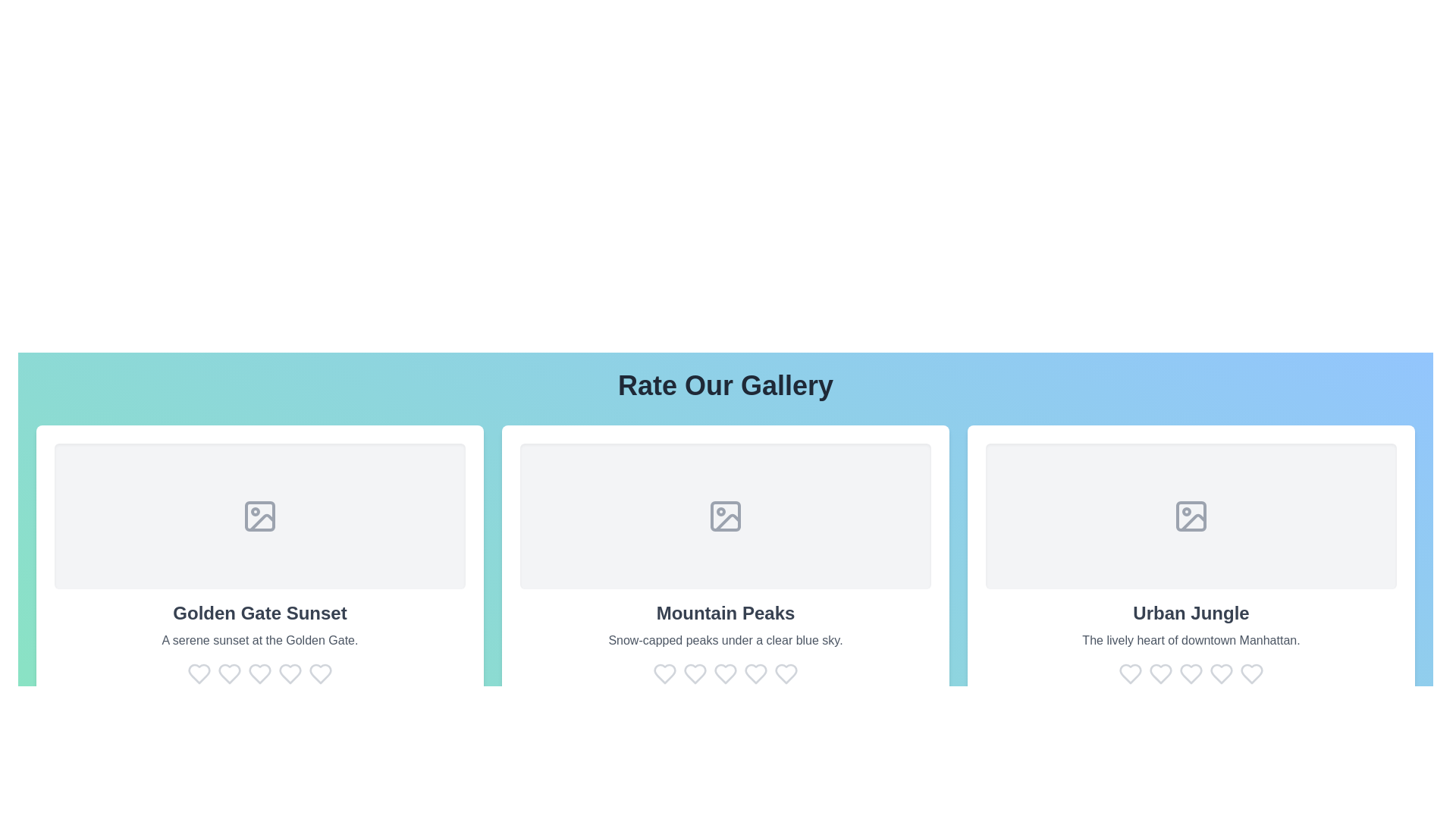 The image size is (1456, 819). What do you see at coordinates (1190, 516) in the screenshot?
I see `the image placeholder for Urban Jungle` at bounding box center [1190, 516].